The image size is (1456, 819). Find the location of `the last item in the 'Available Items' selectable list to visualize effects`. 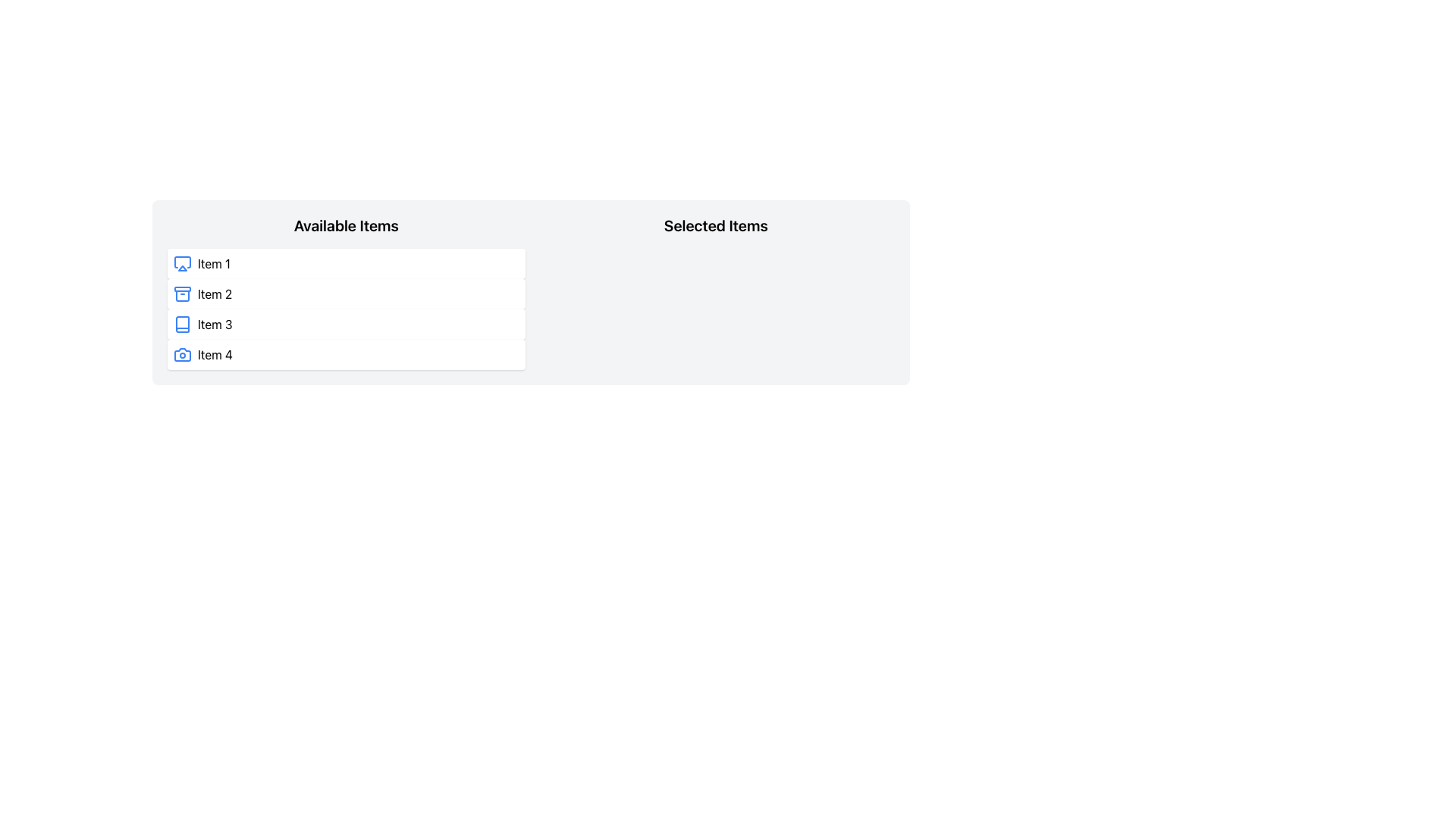

the last item in the 'Available Items' selectable list to visualize effects is located at coordinates (345, 354).